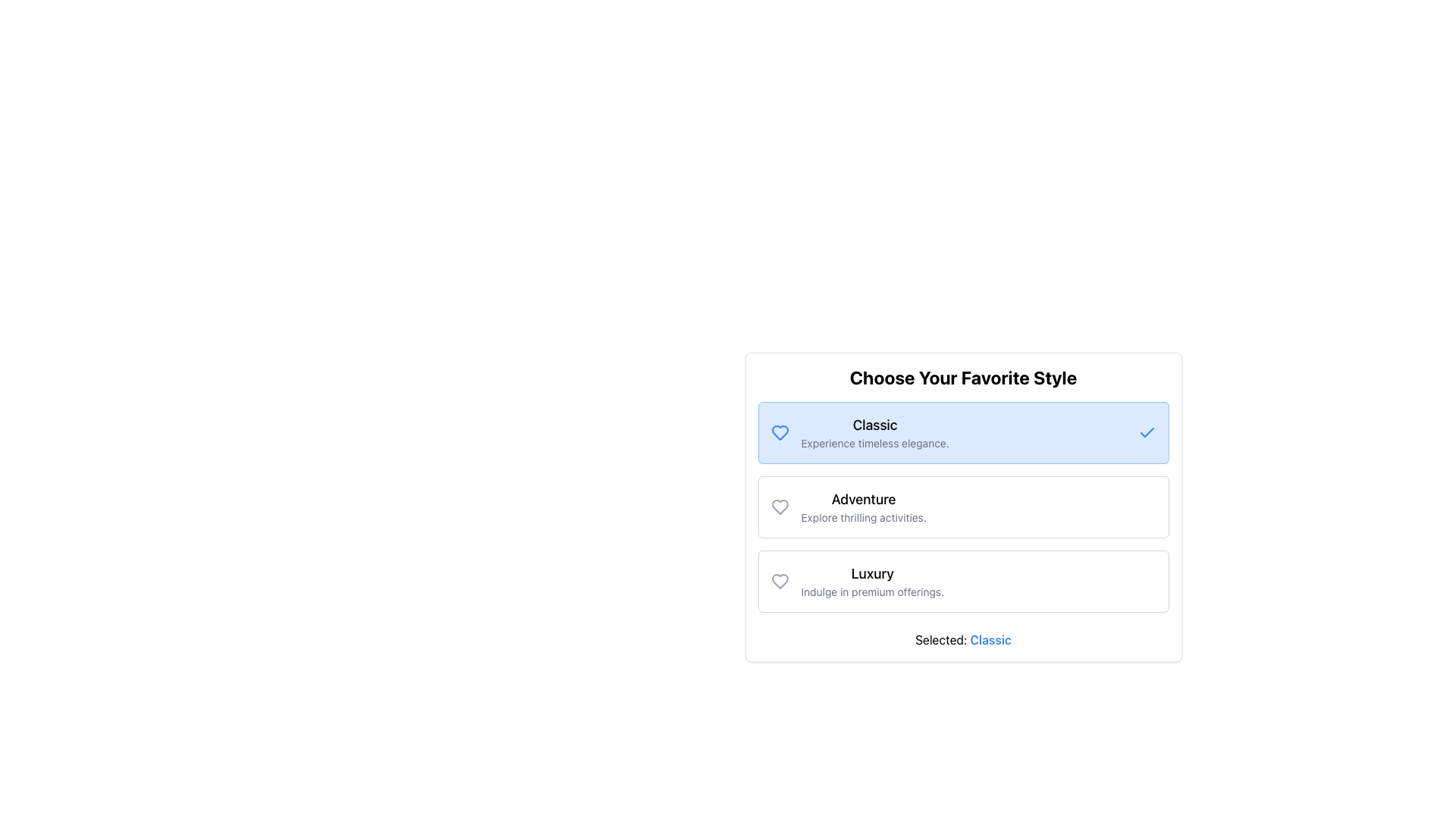 The width and height of the screenshot is (1456, 819). What do you see at coordinates (962, 507) in the screenshot?
I see `the second selectable list item in the options list` at bounding box center [962, 507].